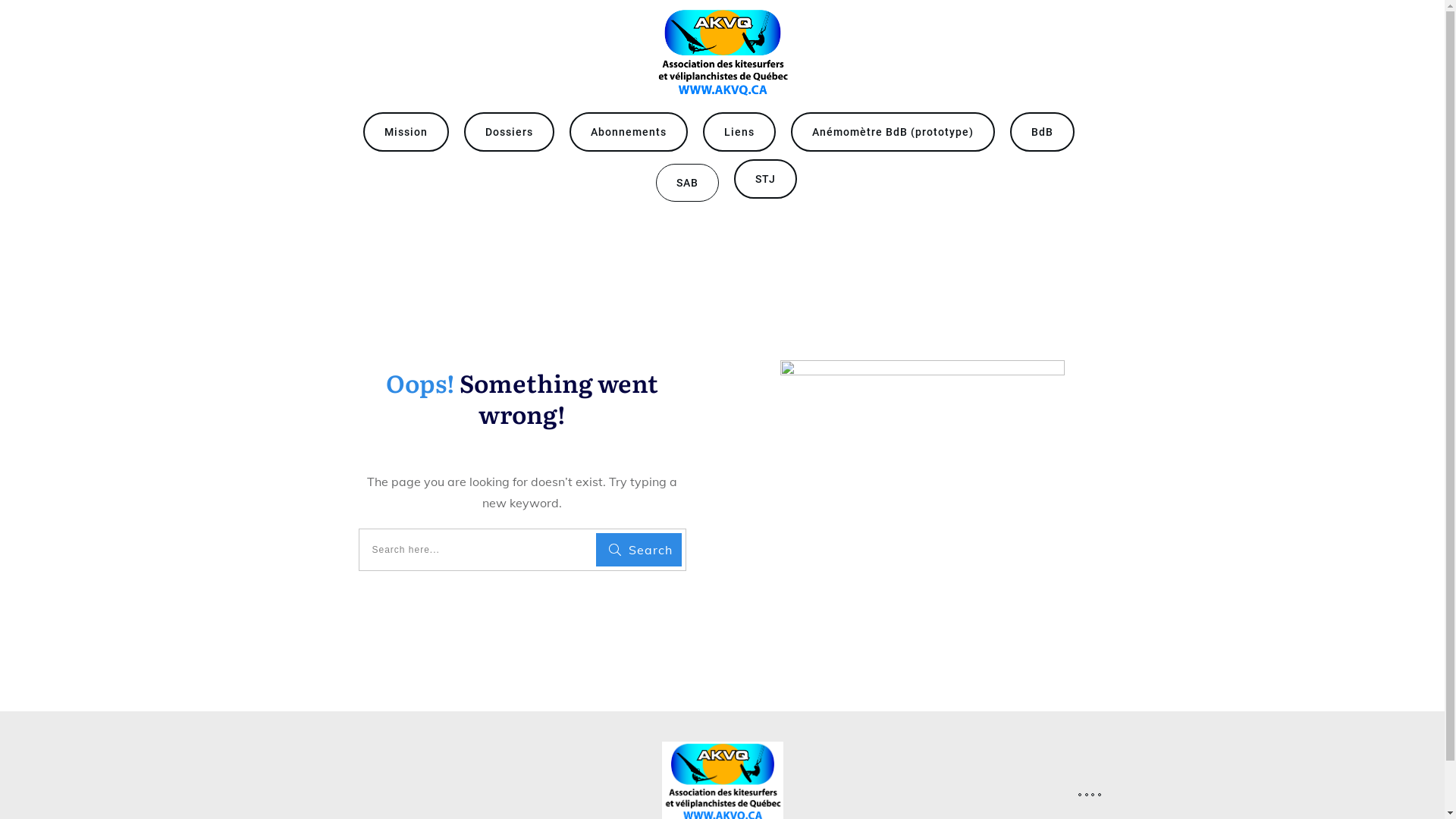 This screenshot has height=819, width=1456. Describe the element at coordinates (484, 130) in the screenshot. I see `'Dossiers'` at that location.